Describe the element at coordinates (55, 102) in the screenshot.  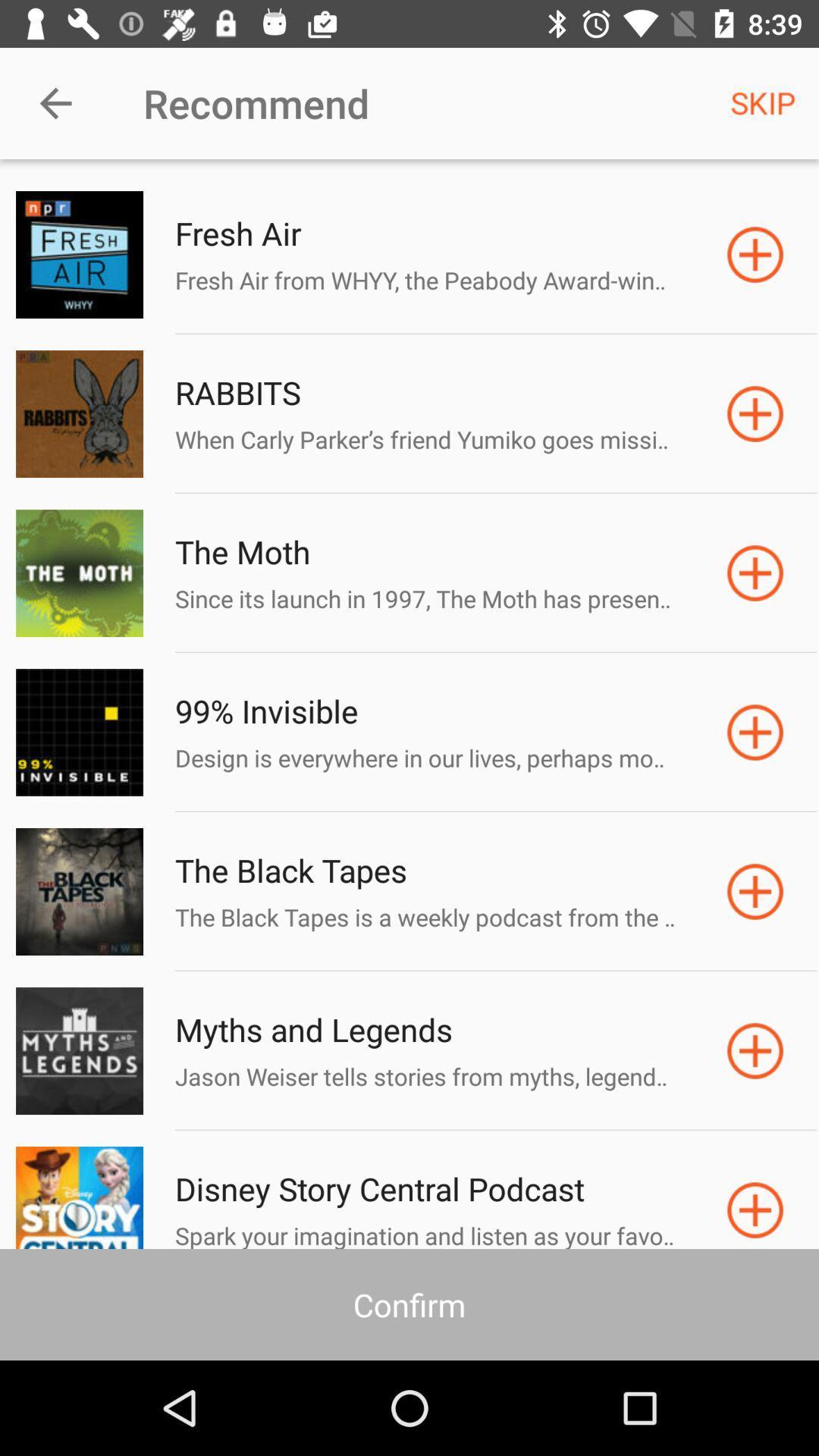
I see `the item to the left of recommend icon` at that location.